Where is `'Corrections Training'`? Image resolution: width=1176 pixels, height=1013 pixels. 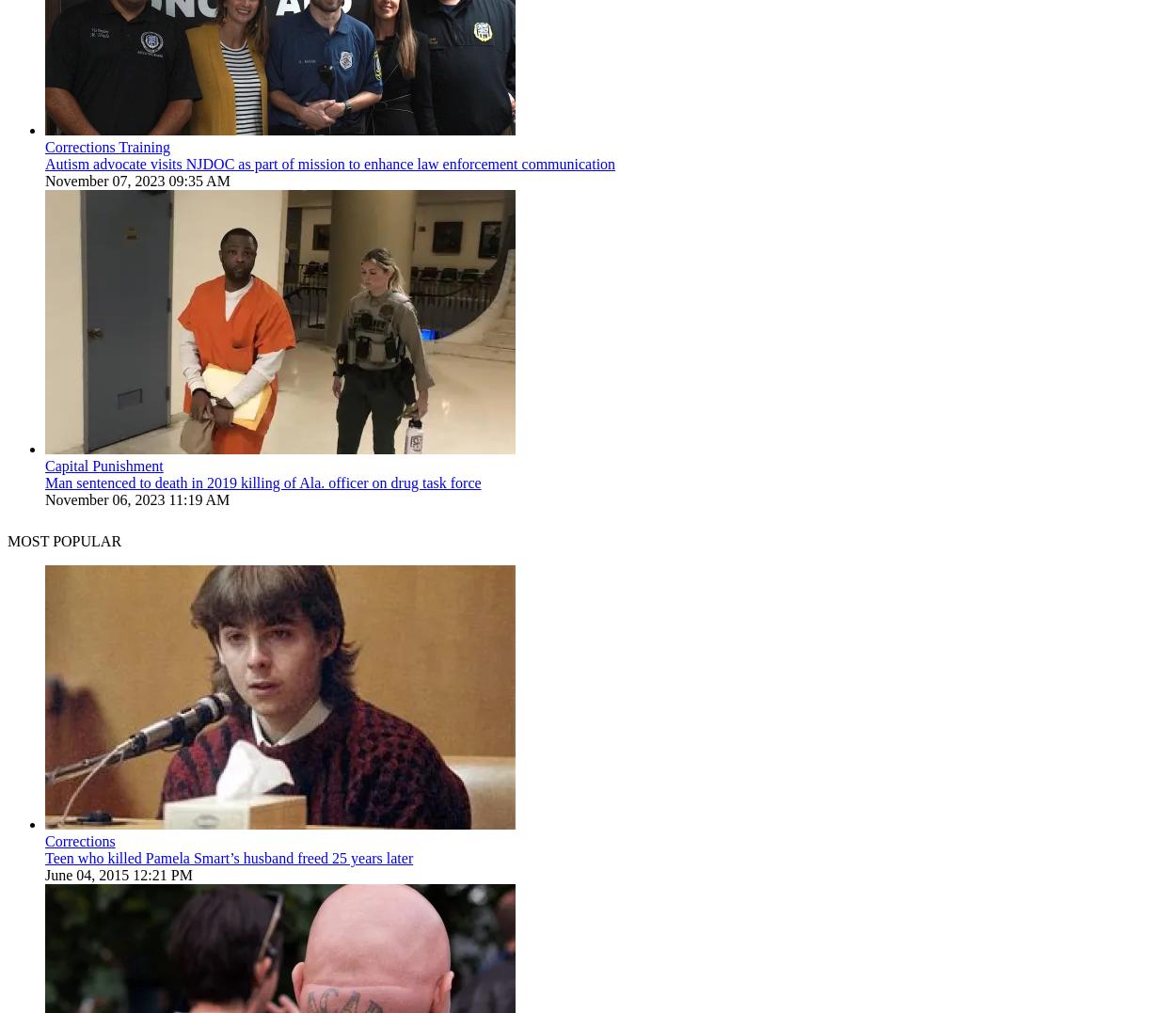
'Corrections Training' is located at coordinates (106, 147).